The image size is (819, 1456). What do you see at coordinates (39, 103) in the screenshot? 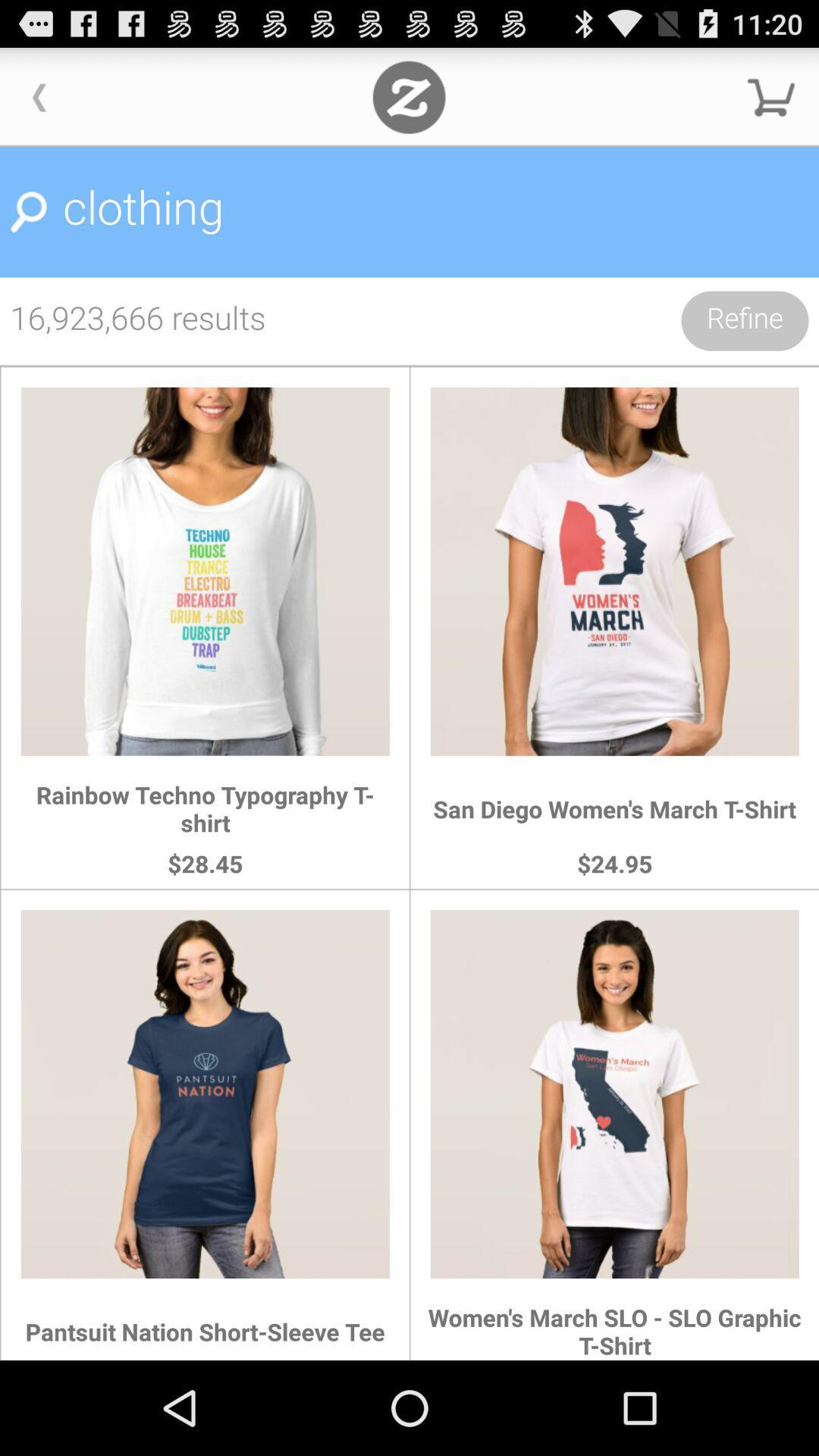
I see `the arrow_backward icon` at bounding box center [39, 103].